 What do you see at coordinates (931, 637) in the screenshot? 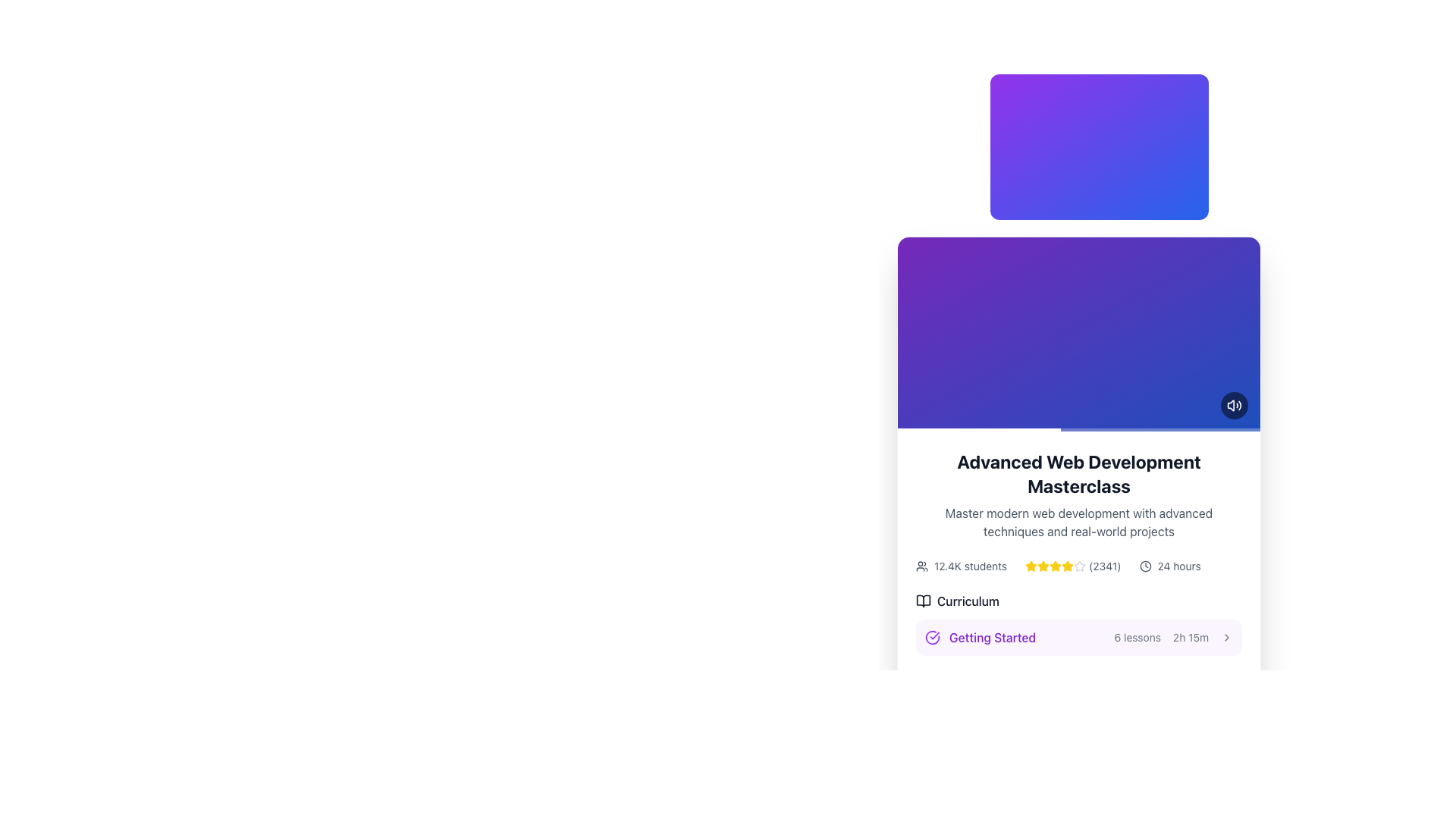
I see `the completion icon indicating the status of the 'Getting Started' section, located to the left of the text 'Getting Started'` at bounding box center [931, 637].